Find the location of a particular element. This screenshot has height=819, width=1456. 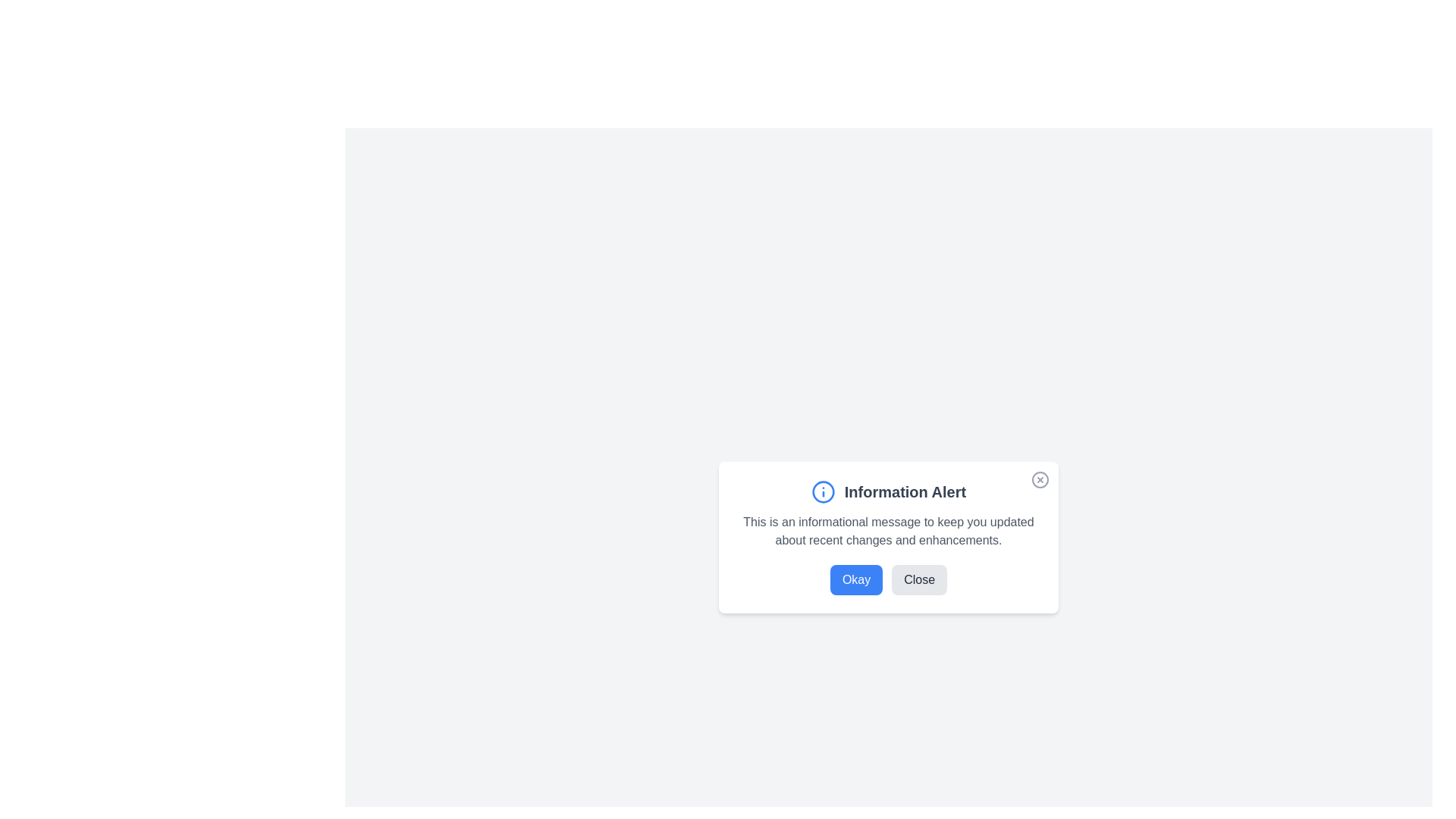

text content of the bold text label 'Information Alert', which is styled with a gray hue and located centrally within a modal dialog box, immediately to the right of the information icon is located at coordinates (905, 491).